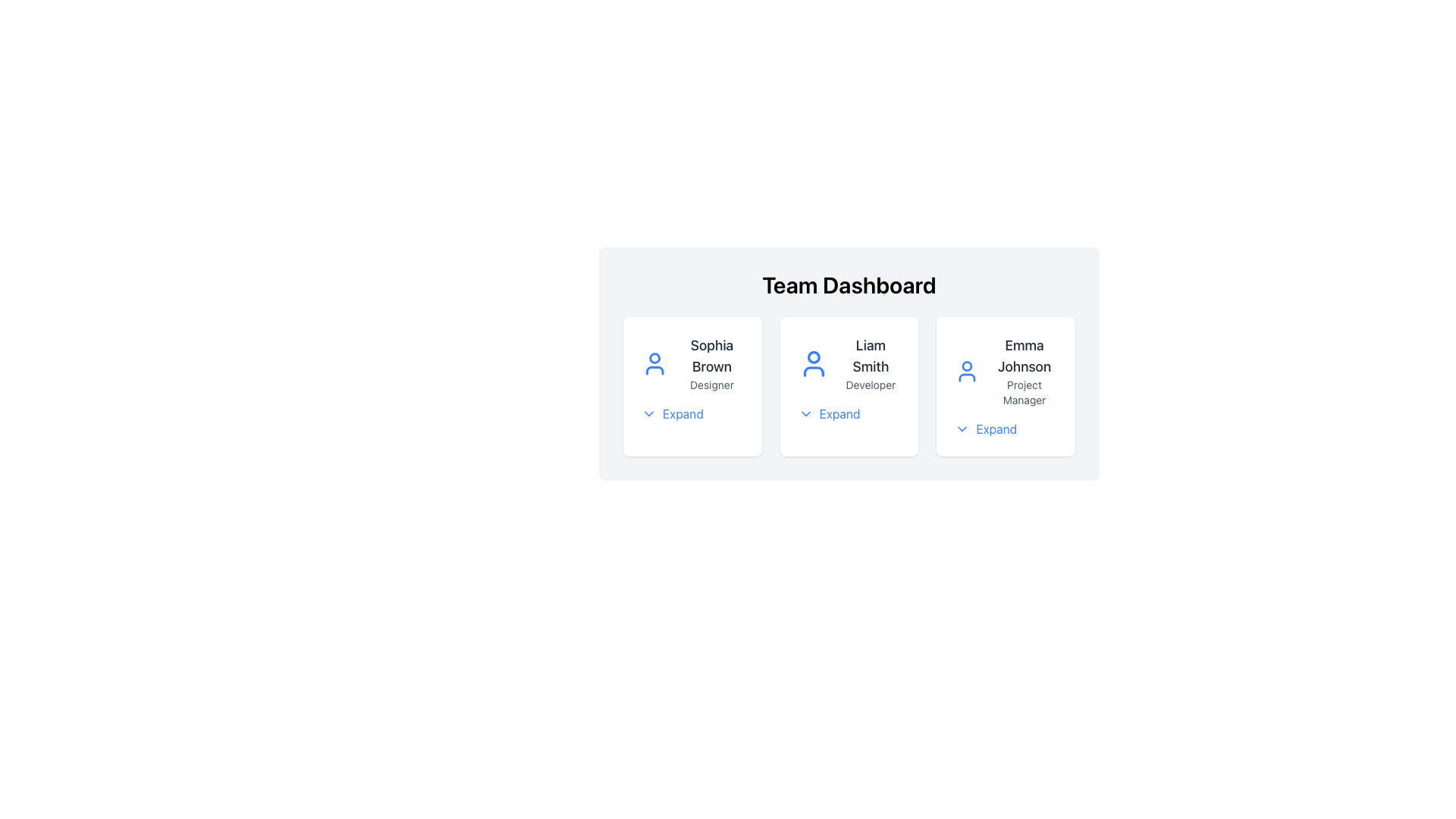 This screenshot has height=819, width=1456. Describe the element at coordinates (986, 429) in the screenshot. I see `the fourth 'Expand' button located at the bottom-right corner of the 'Emma Johnson' card in the Team Dashboard to trigger a tooltip` at that location.